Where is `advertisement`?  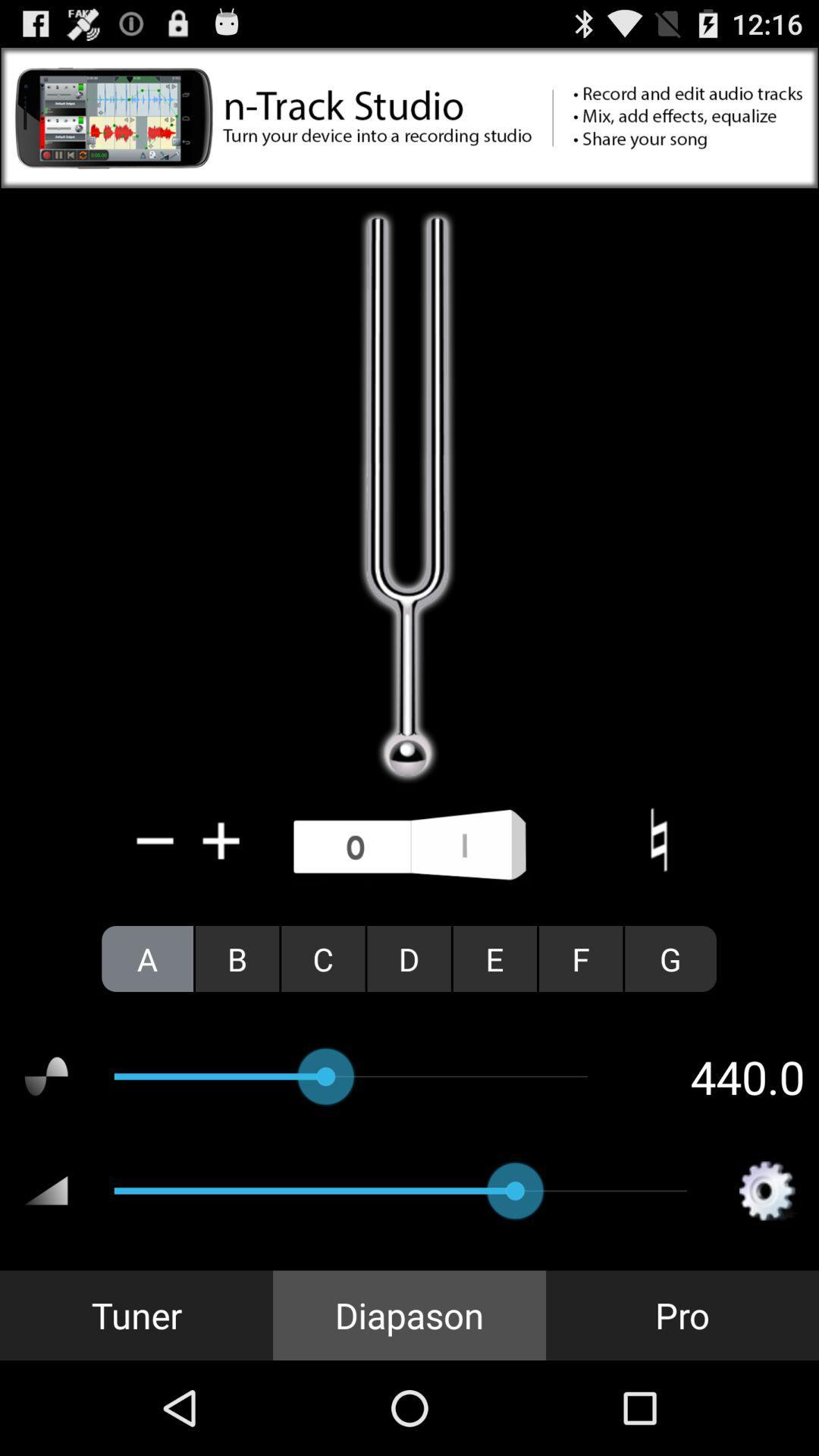
advertisement is located at coordinates (409, 117).